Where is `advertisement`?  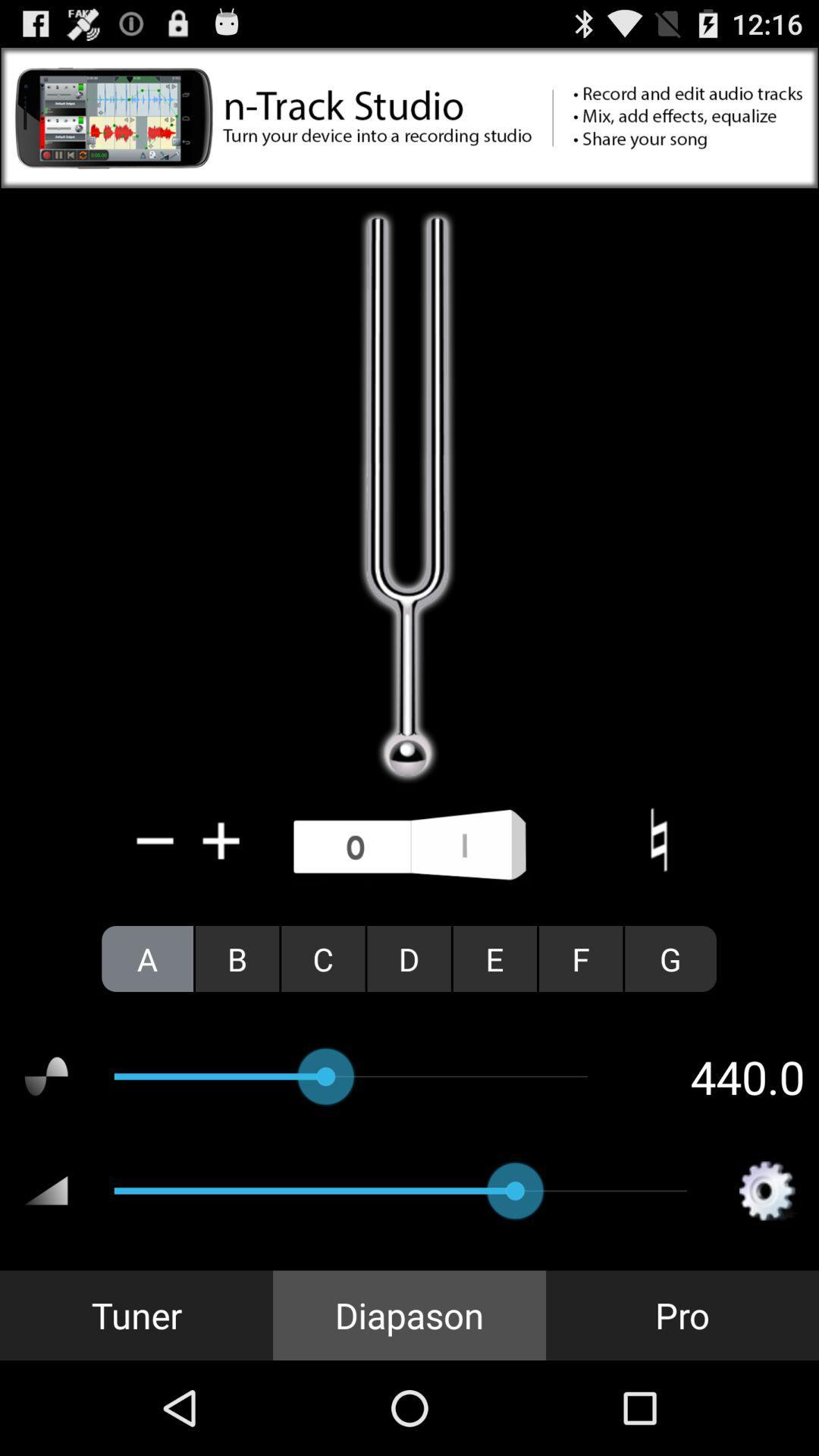
advertisement is located at coordinates (409, 117).